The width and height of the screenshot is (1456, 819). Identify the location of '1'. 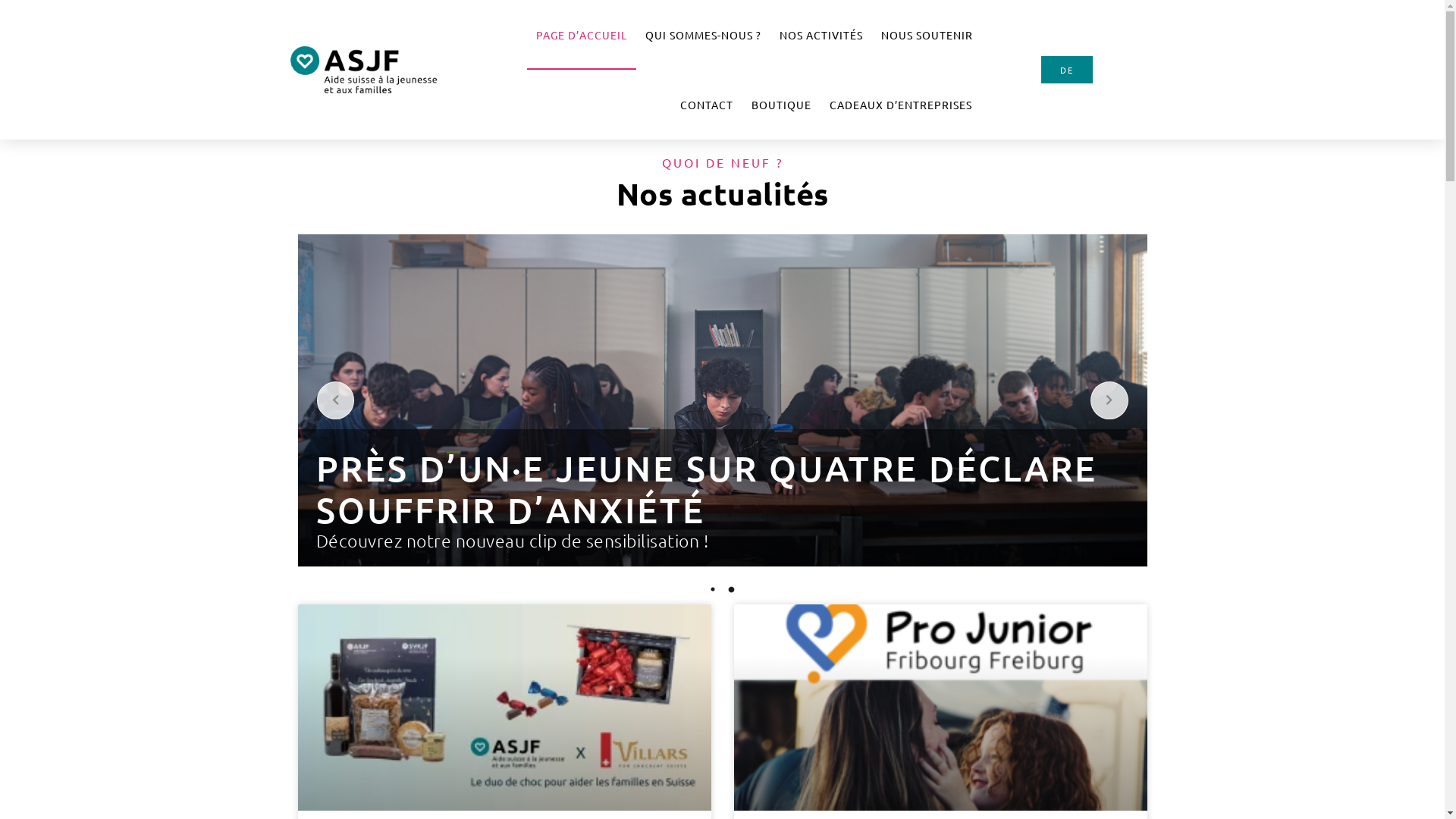
(712, 588).